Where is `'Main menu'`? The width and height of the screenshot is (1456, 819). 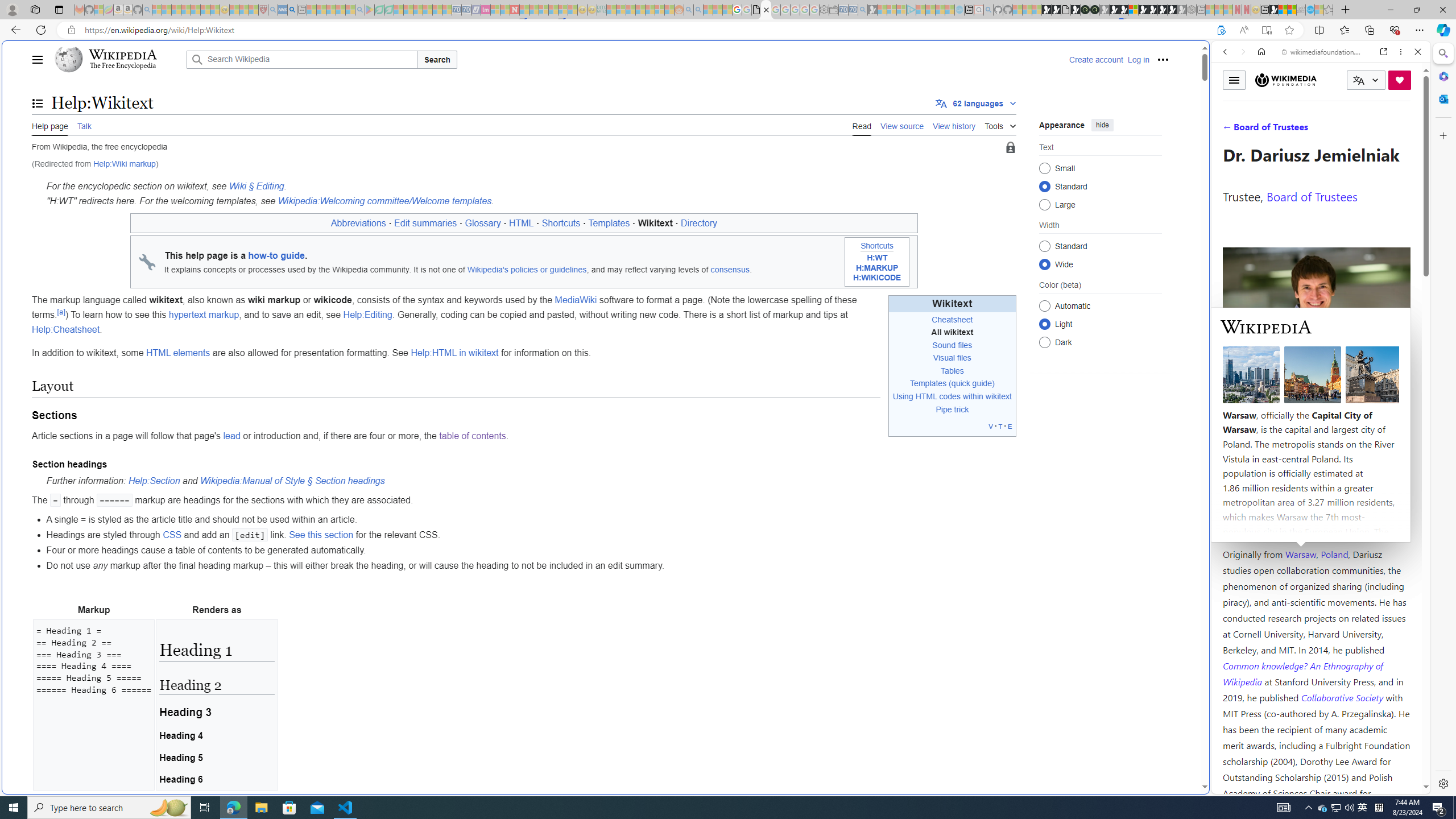
'Main menu' is located at coordinates (37, 59).